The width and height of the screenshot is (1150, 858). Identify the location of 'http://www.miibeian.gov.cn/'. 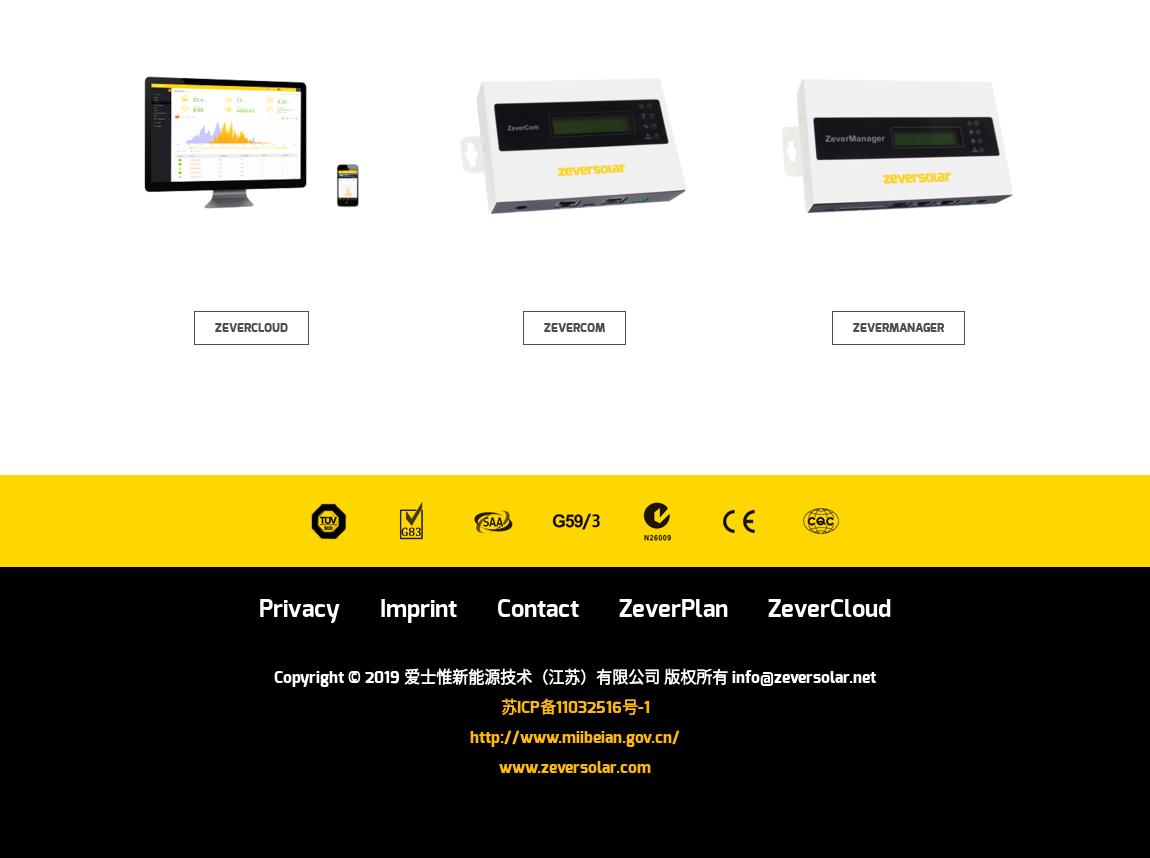
(575, 736).